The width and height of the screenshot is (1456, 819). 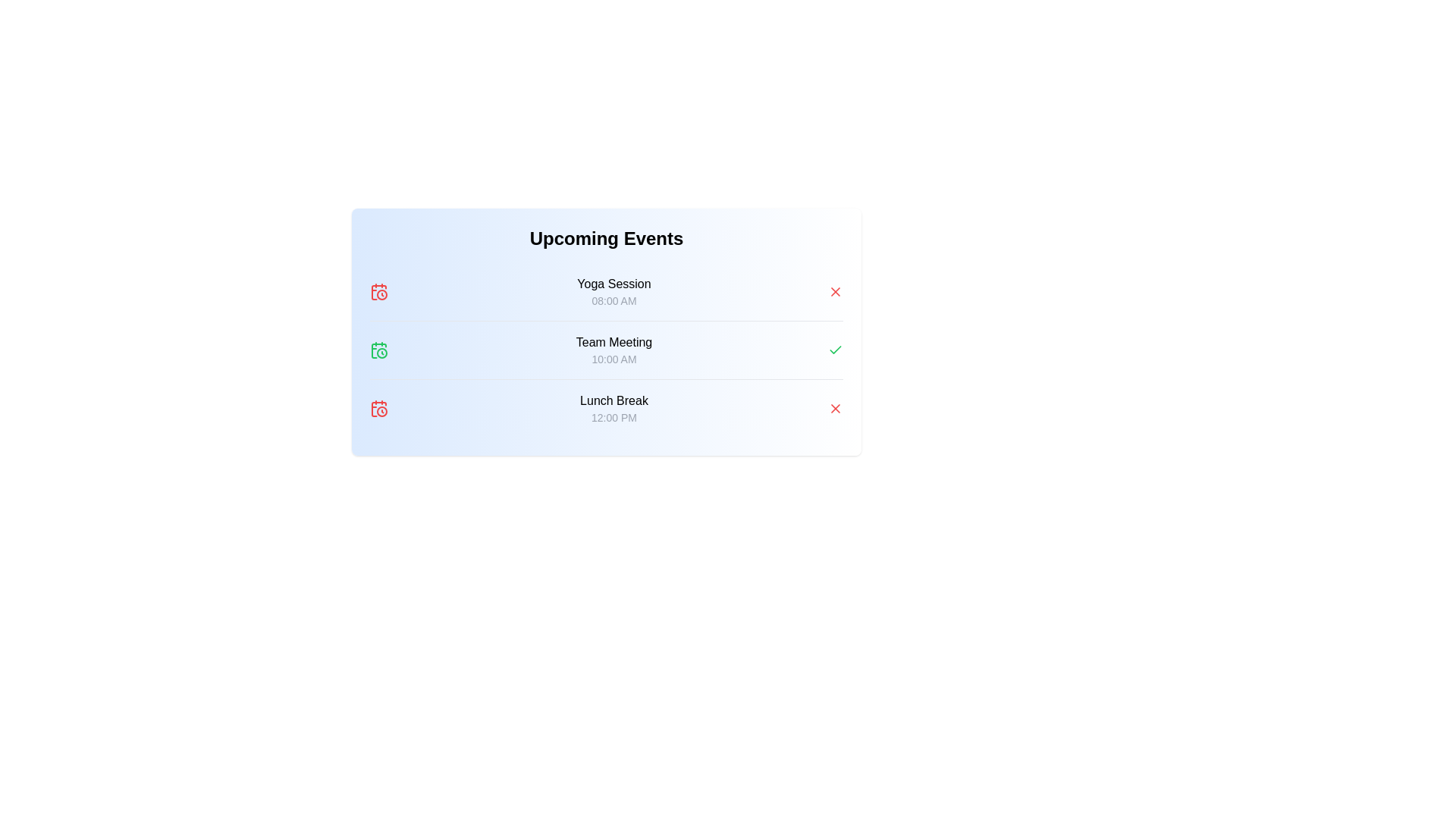 What do you see at coordinates (382, 353) in the screenshot?
I see `the innermost circular graphical element of the clock within the calendar-clock icon, located to the left of the 'Team Meeting' text in the 'Upcoming Events' section` at bounding box center [382, 353].